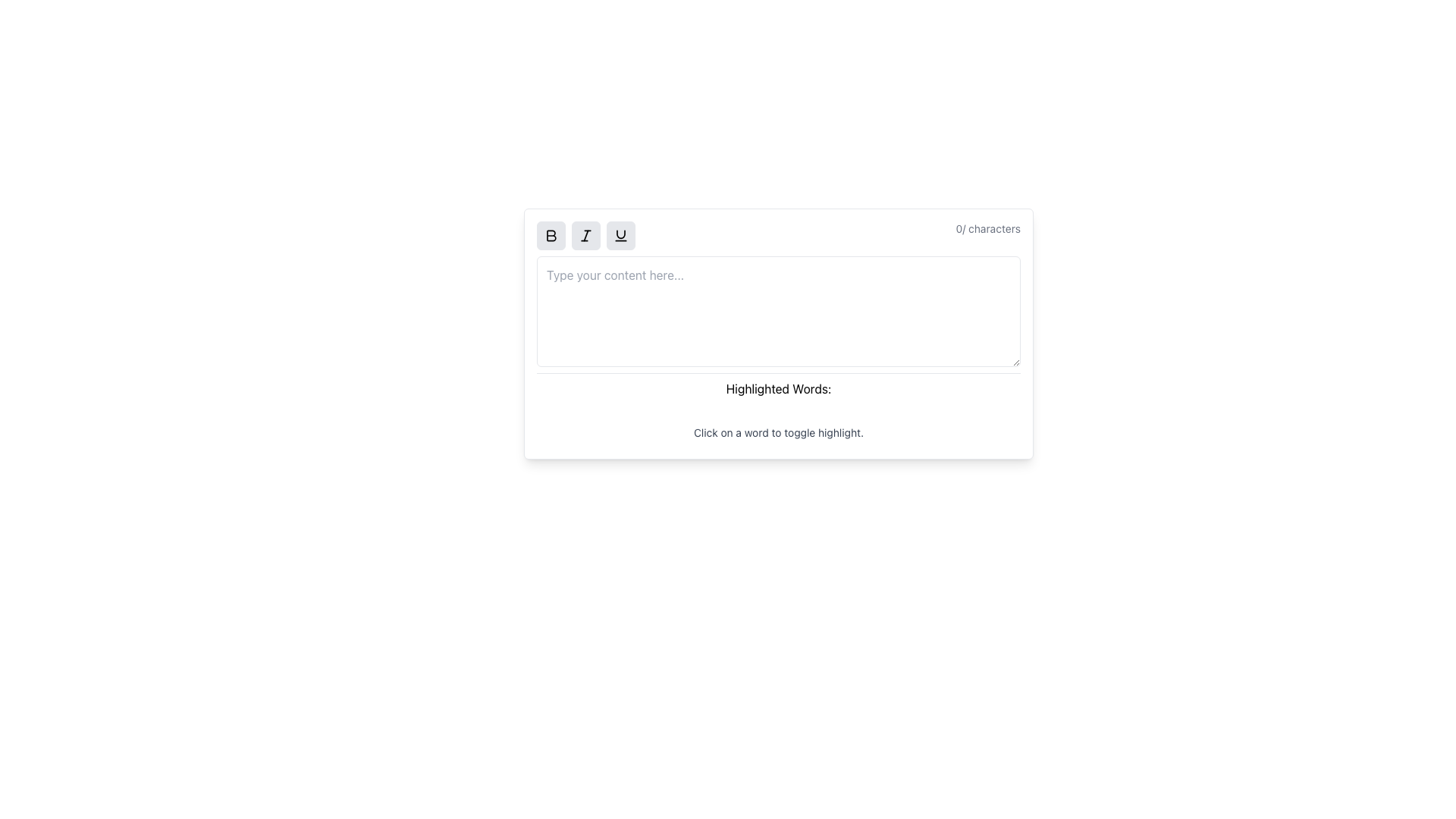 The image size is (1456, 819). Describe the element at coordinates (585, 236) in the screenshot. I see `Decorative Line element, which visually indicates the 'Italic' formatting style and is the third button from the left in the toolbar above the text entry area` at that location.